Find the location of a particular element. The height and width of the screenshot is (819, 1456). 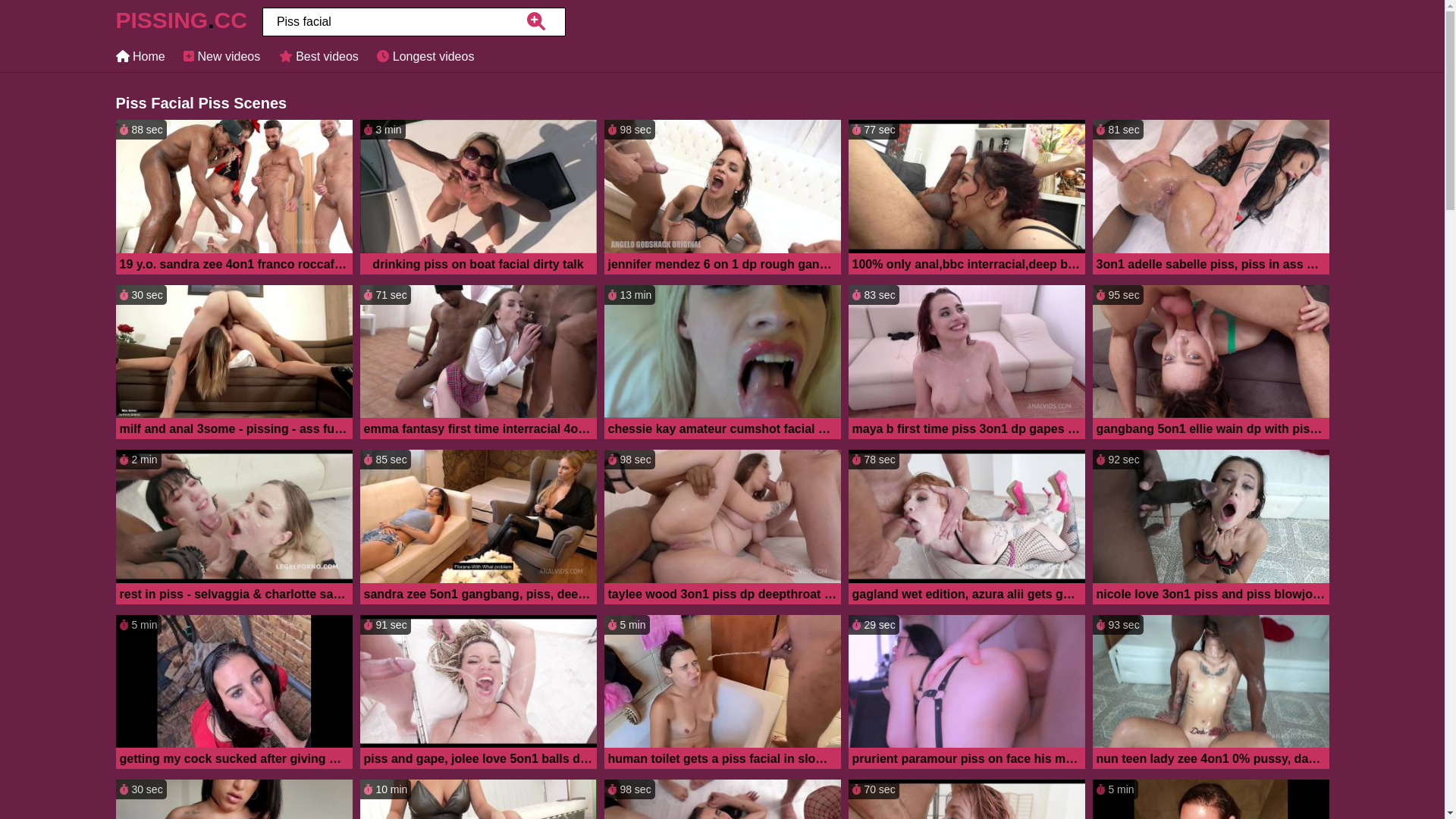

'3 min is located at coordinates (476, 198).